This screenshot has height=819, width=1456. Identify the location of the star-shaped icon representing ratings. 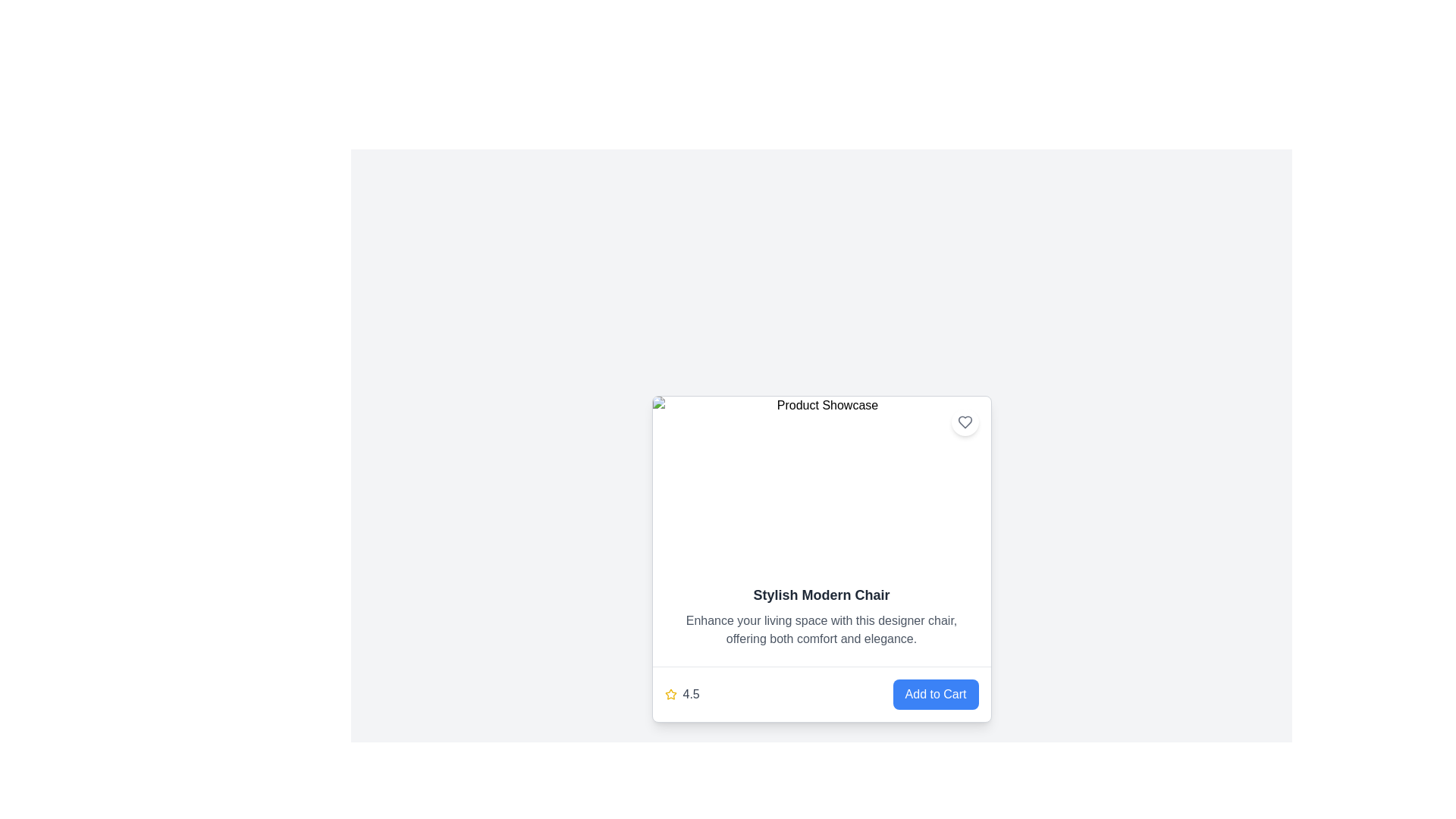
(670, 694).